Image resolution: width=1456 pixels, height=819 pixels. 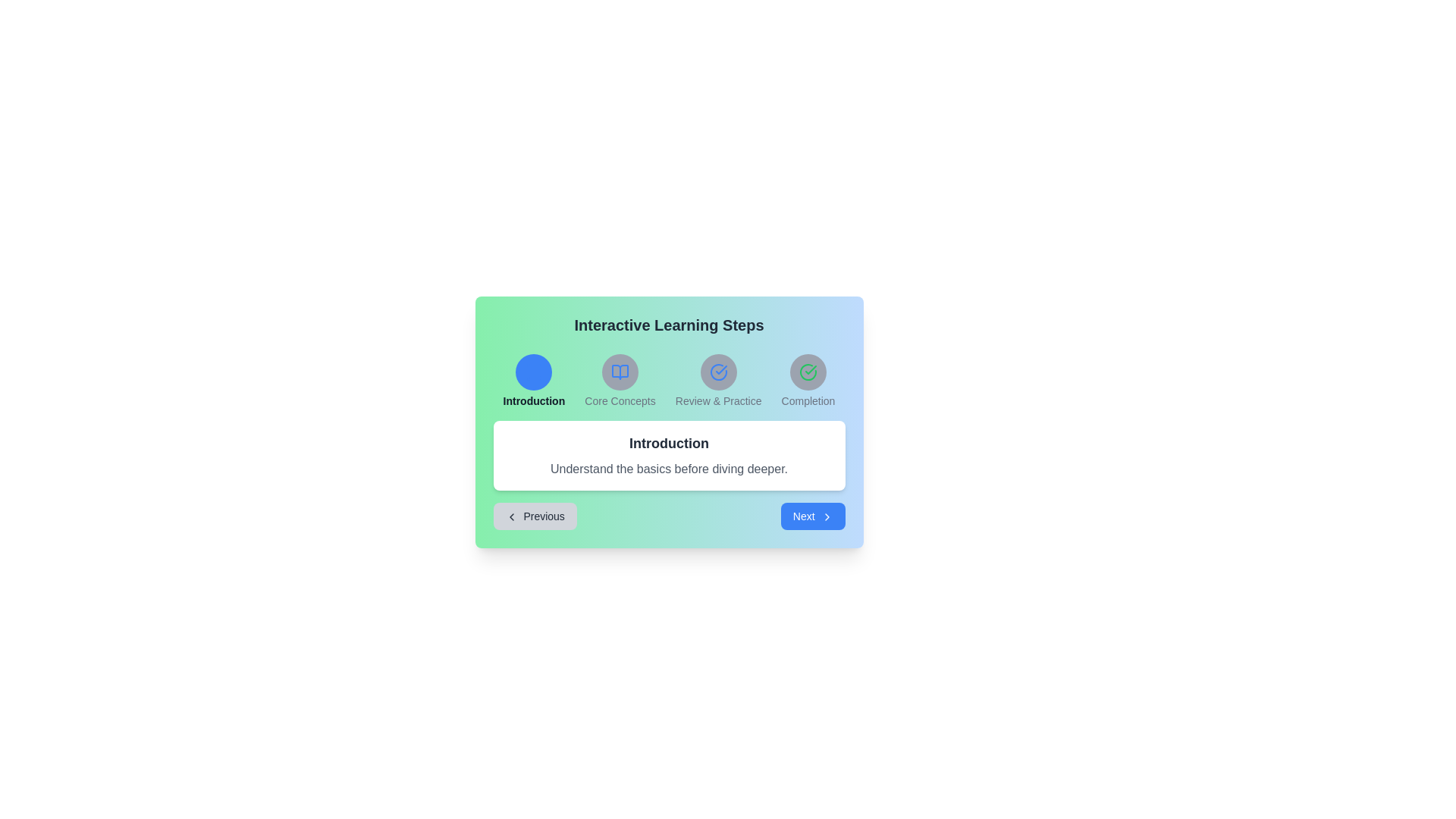 What do you see at coordinates (668, 468) in the screenshot?
I see `text label that states 'Understand the basics before diving deeper.' located directly beneath the heading 'Introduction' in a white card area` at bounding box center [668, 468].